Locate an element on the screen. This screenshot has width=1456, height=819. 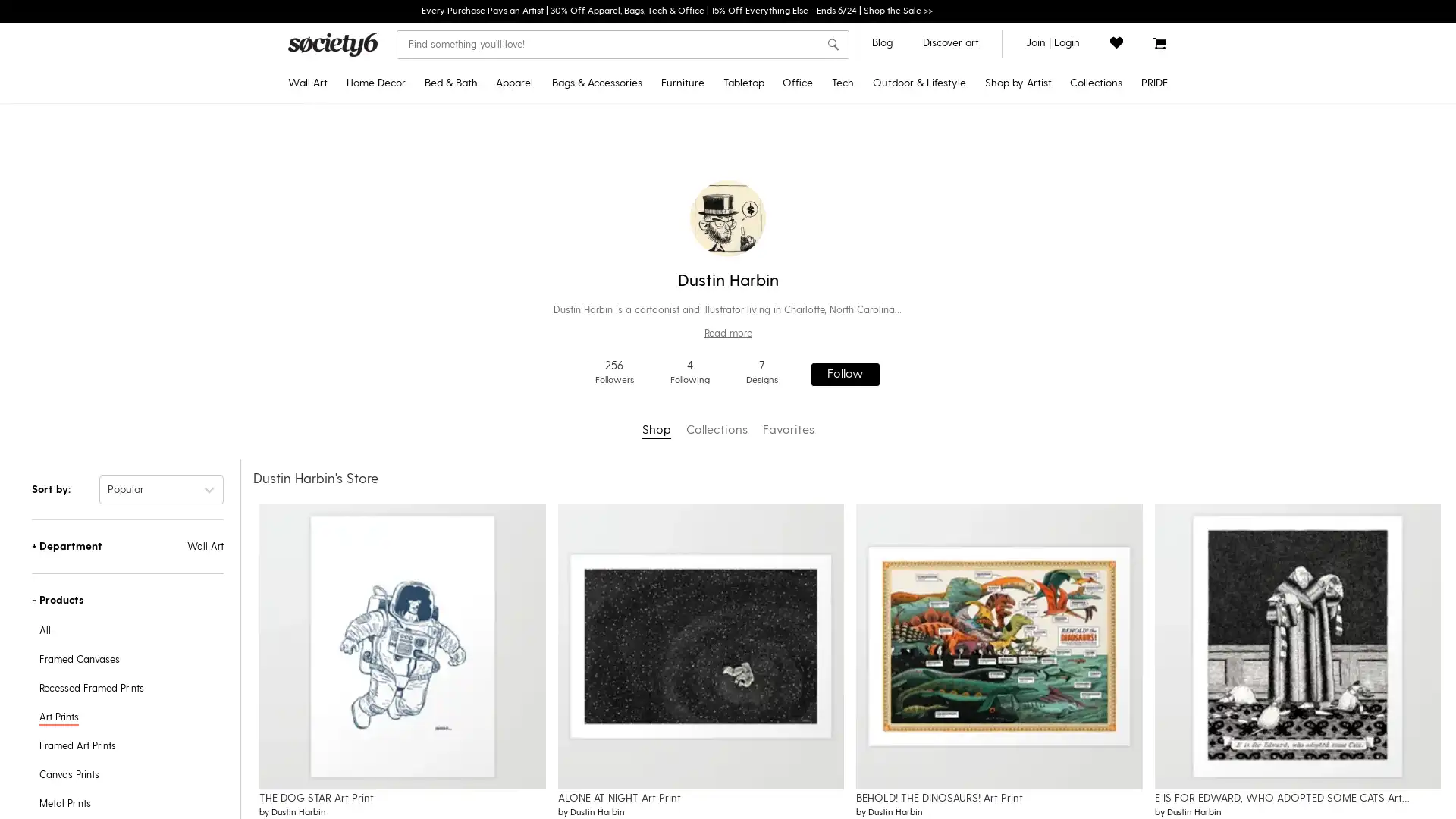
Posters is located at coordinates (356, 268).